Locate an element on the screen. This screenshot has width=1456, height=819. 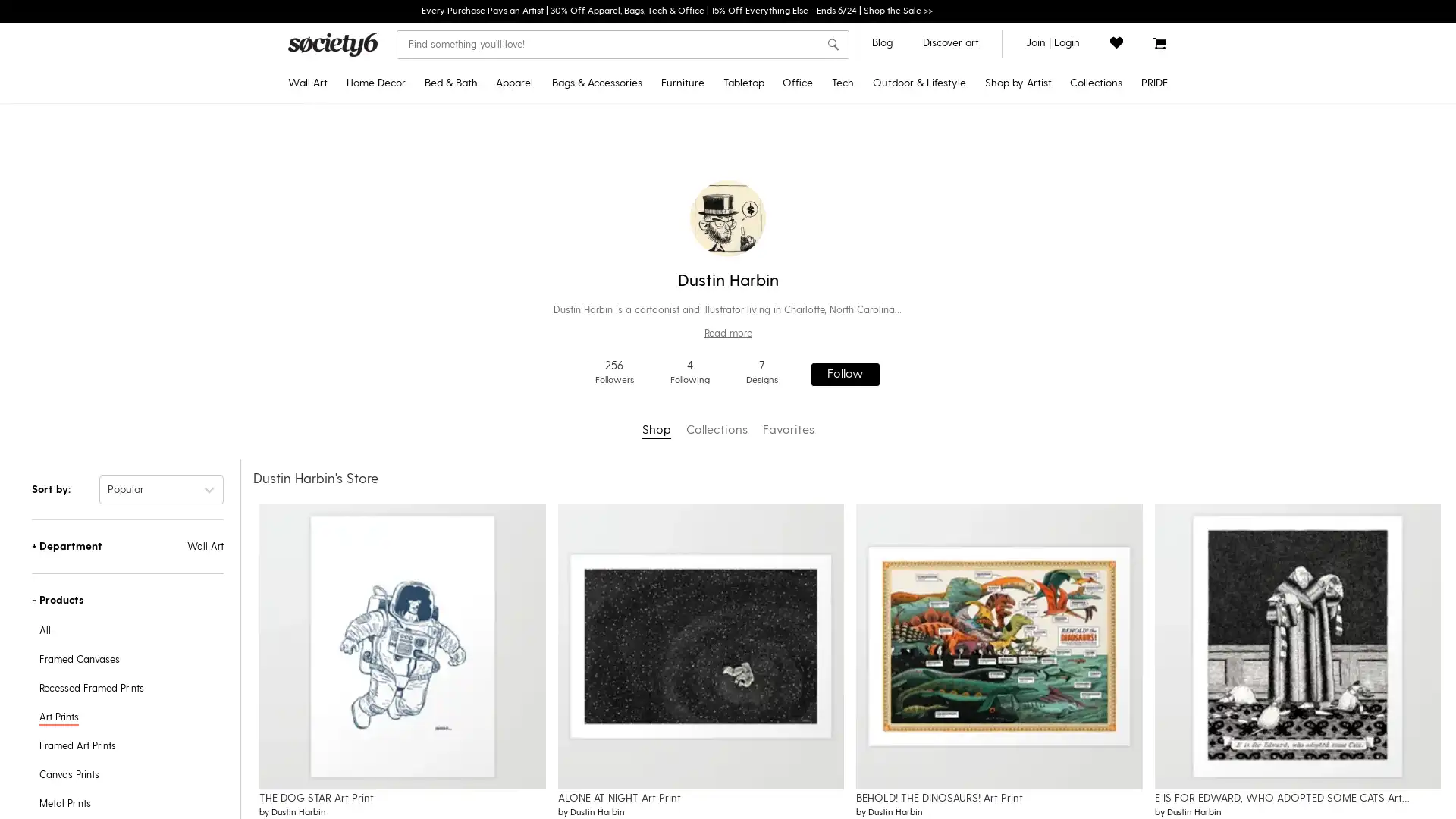
Posters is located at coordinates (356, 268).